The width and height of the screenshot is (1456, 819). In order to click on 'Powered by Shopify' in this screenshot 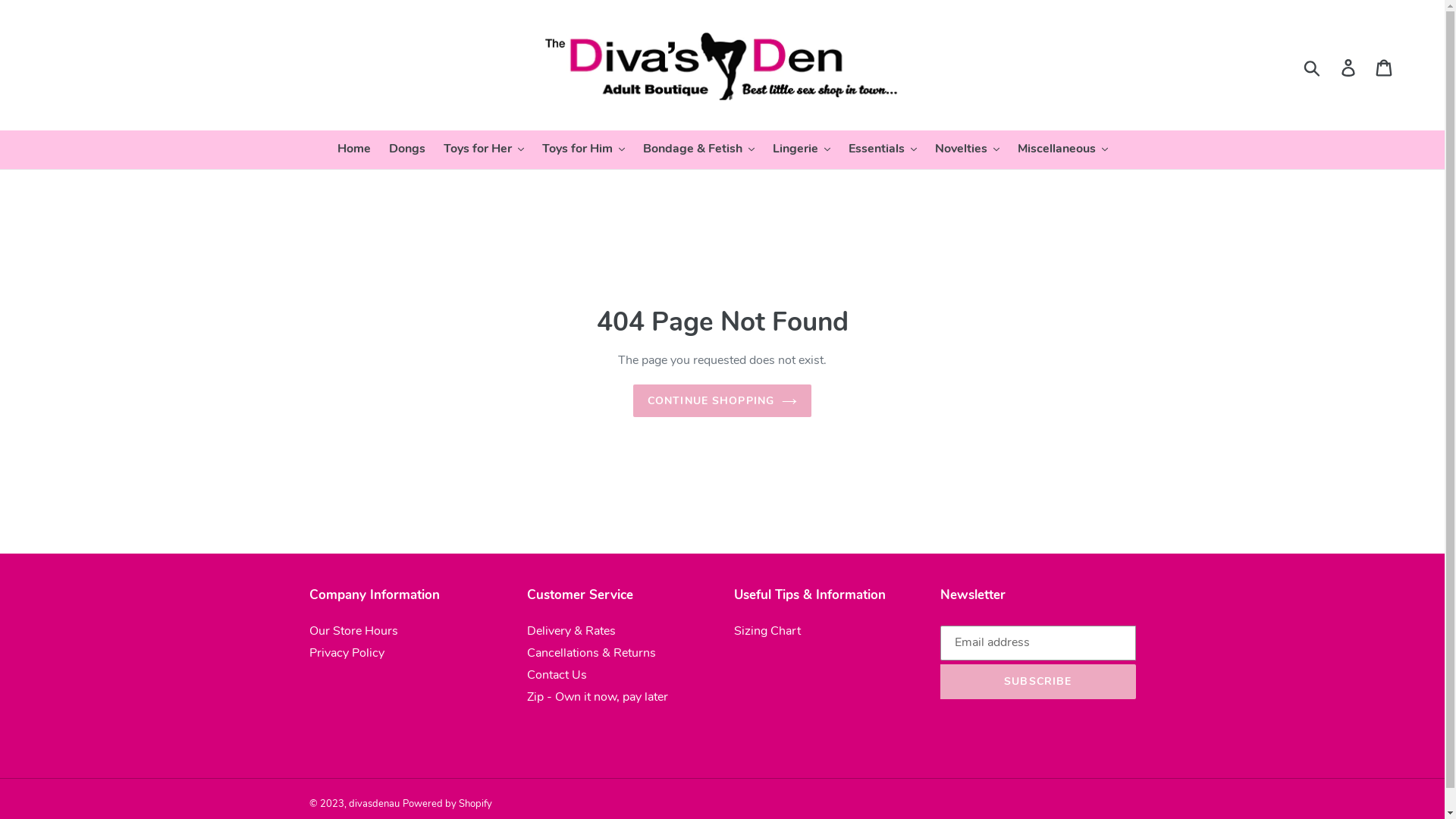, I will do `click(446, 803)`.